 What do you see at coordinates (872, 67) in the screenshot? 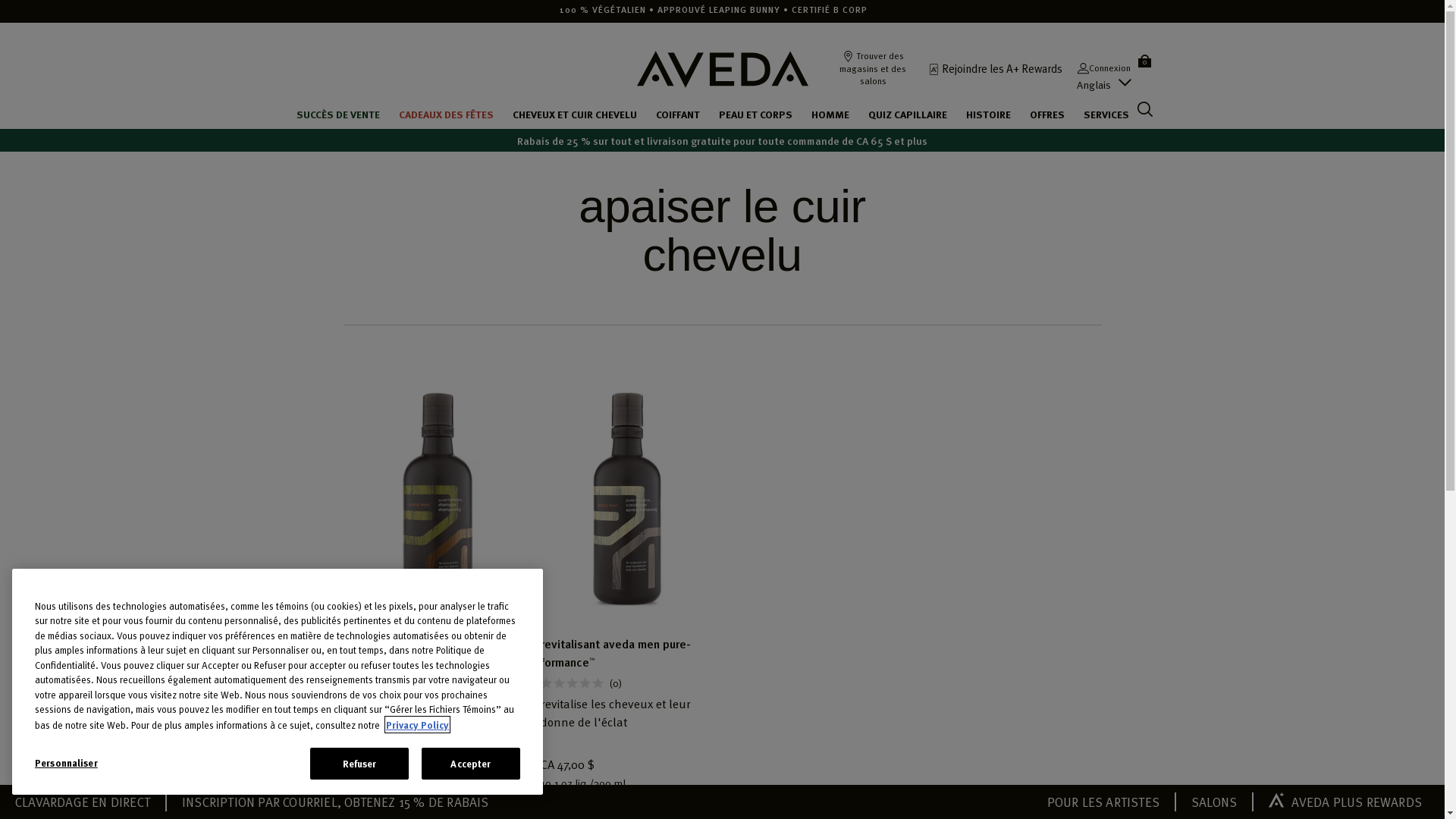
I see `'Trouver des magasins et des salons'` at bounding box center [872, 67].